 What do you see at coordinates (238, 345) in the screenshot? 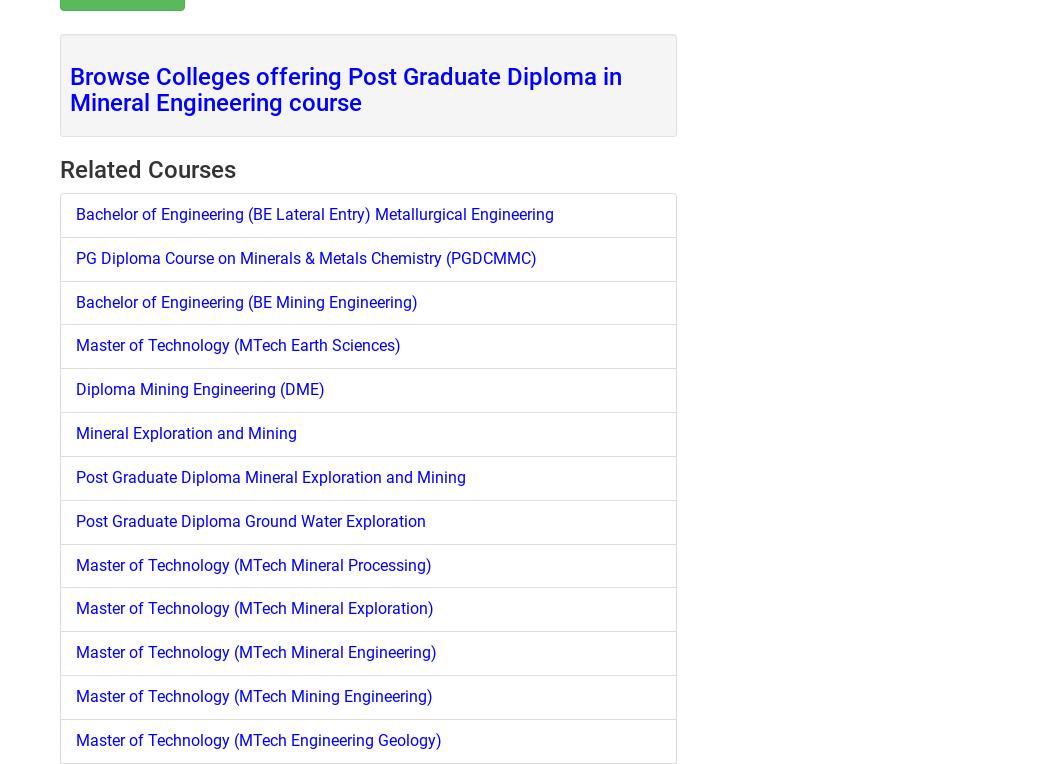
I see `'Master of Technology (MTech Earth Sciences)'` at bounding box center [238, 345].